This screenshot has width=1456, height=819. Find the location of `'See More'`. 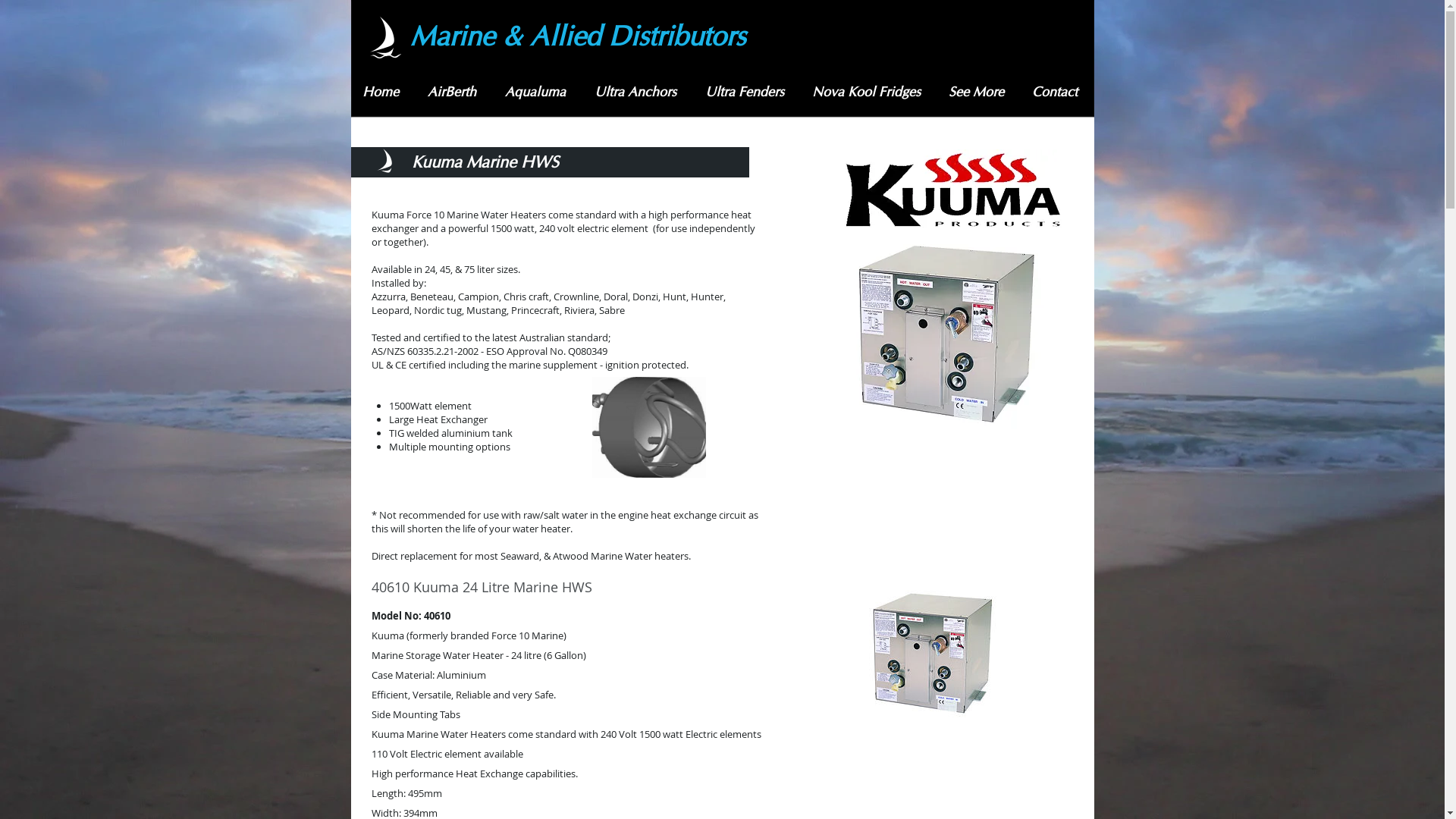

'See More' is located at coordinates (979, 92).